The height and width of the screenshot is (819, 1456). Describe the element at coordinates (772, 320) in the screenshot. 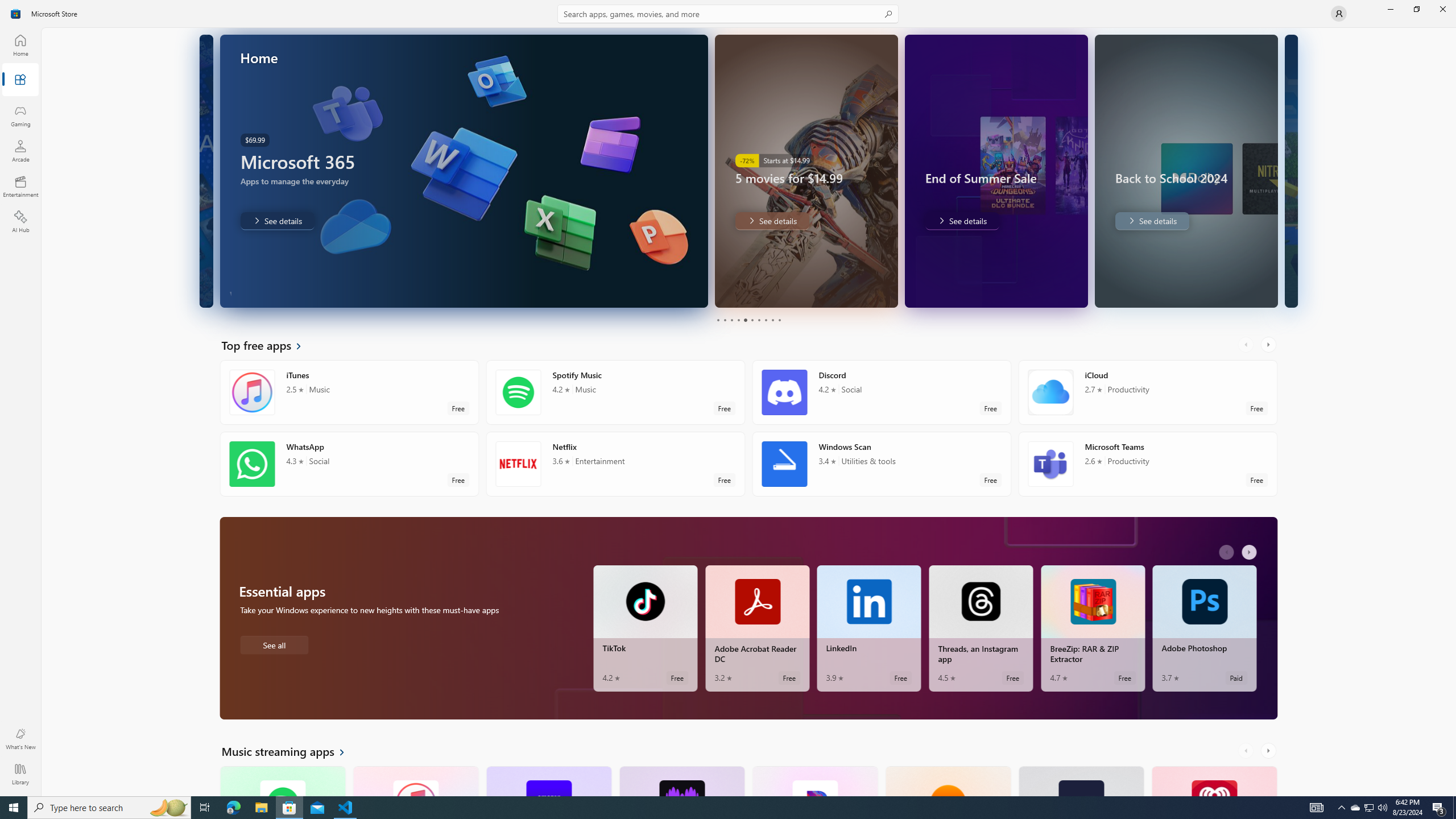

I see `'Page 9'` at that location.